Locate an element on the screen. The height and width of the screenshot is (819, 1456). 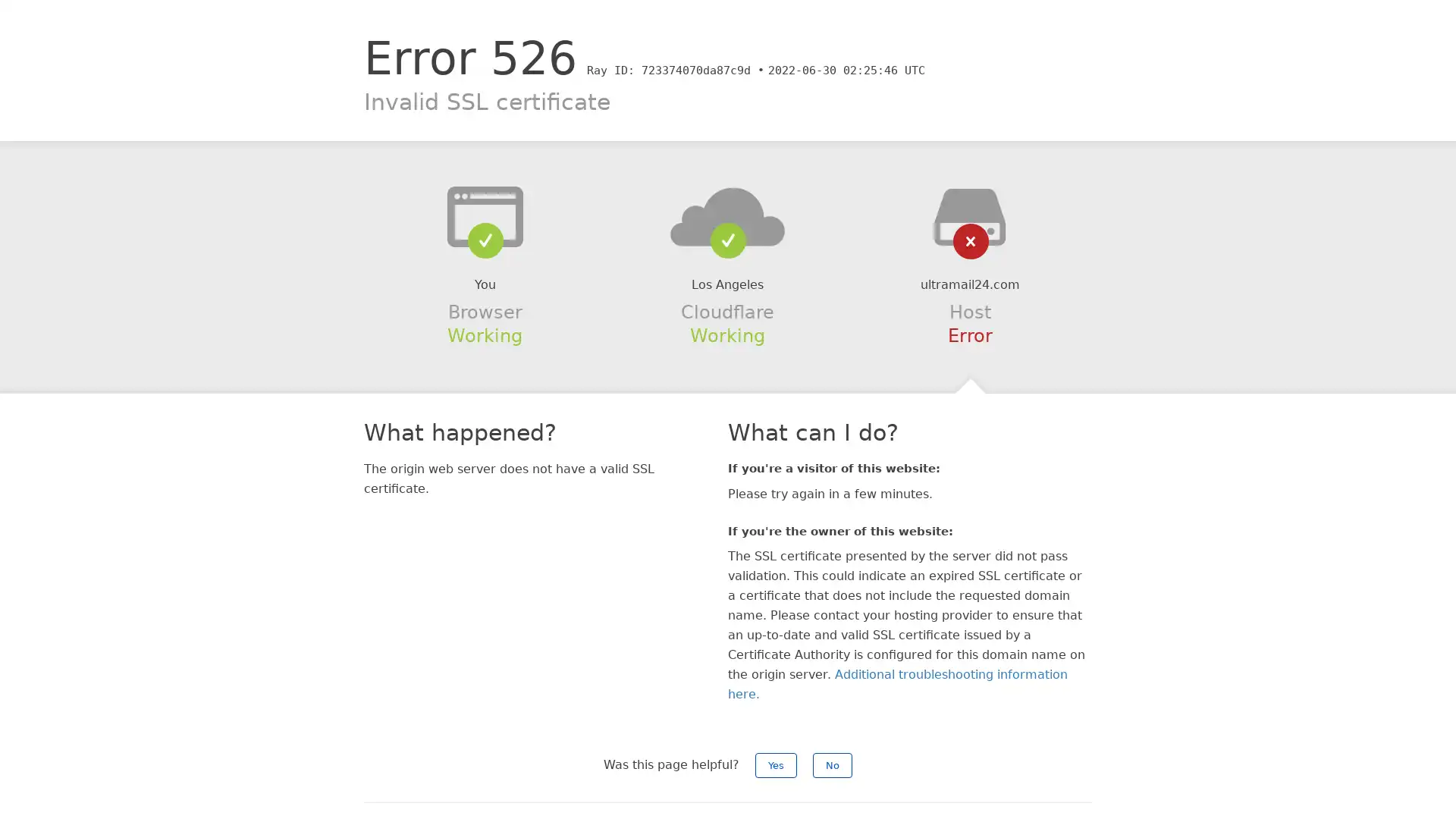
No is located at coordinates (832, 765).